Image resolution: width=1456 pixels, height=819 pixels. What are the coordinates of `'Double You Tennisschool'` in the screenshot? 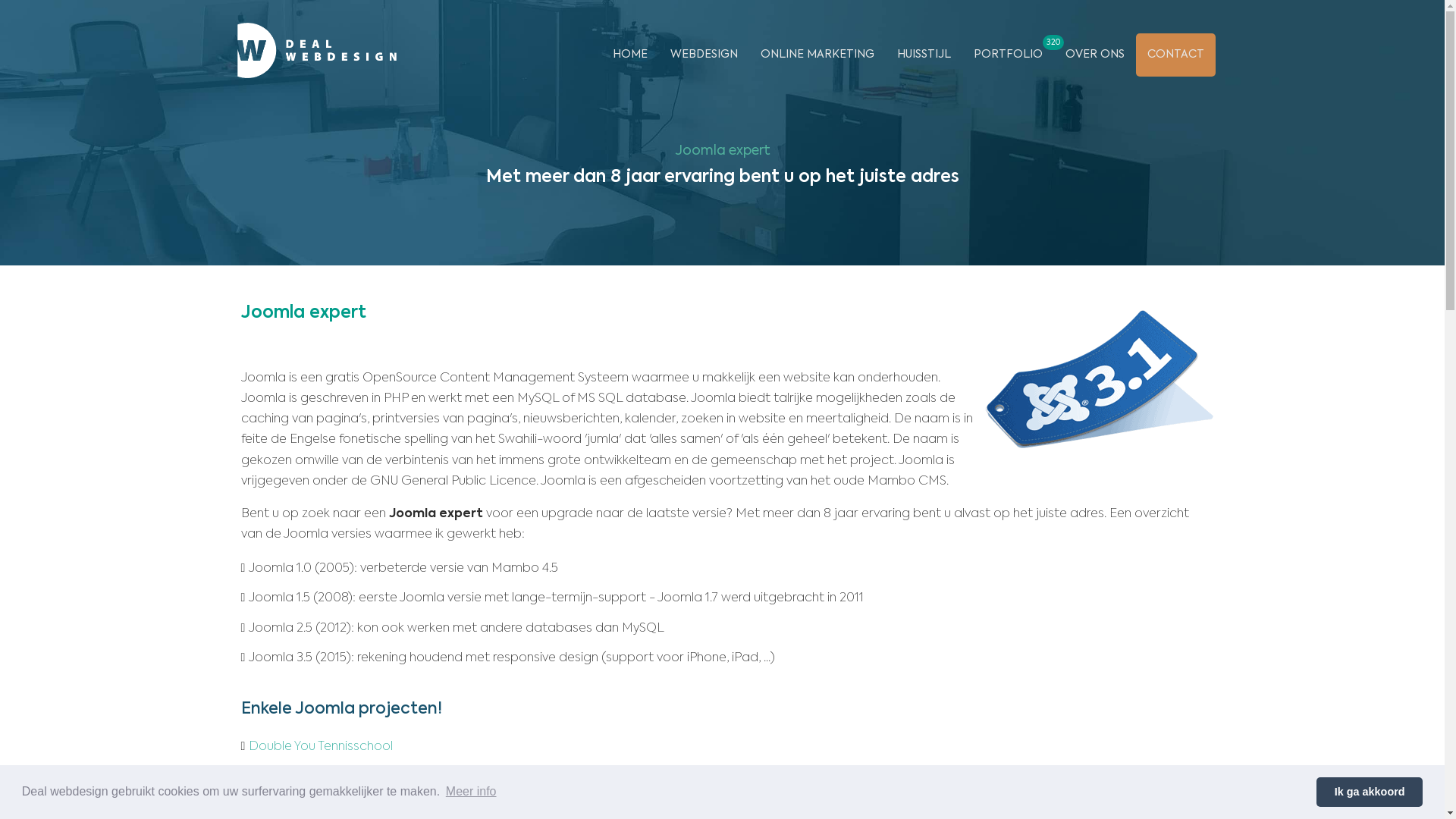 It's located at (248, 745).